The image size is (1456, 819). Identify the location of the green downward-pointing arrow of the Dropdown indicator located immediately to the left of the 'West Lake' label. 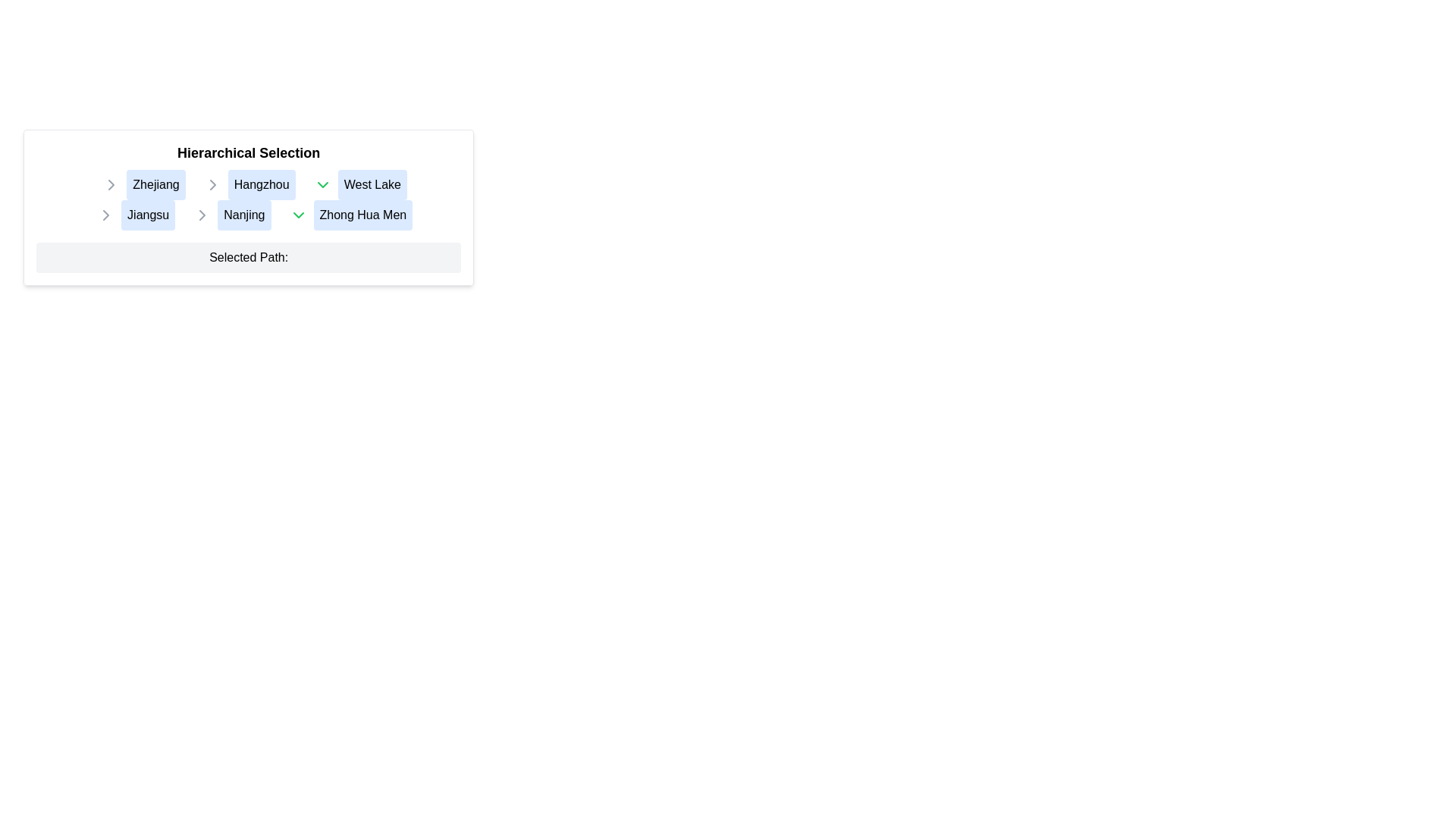
(322, 184).